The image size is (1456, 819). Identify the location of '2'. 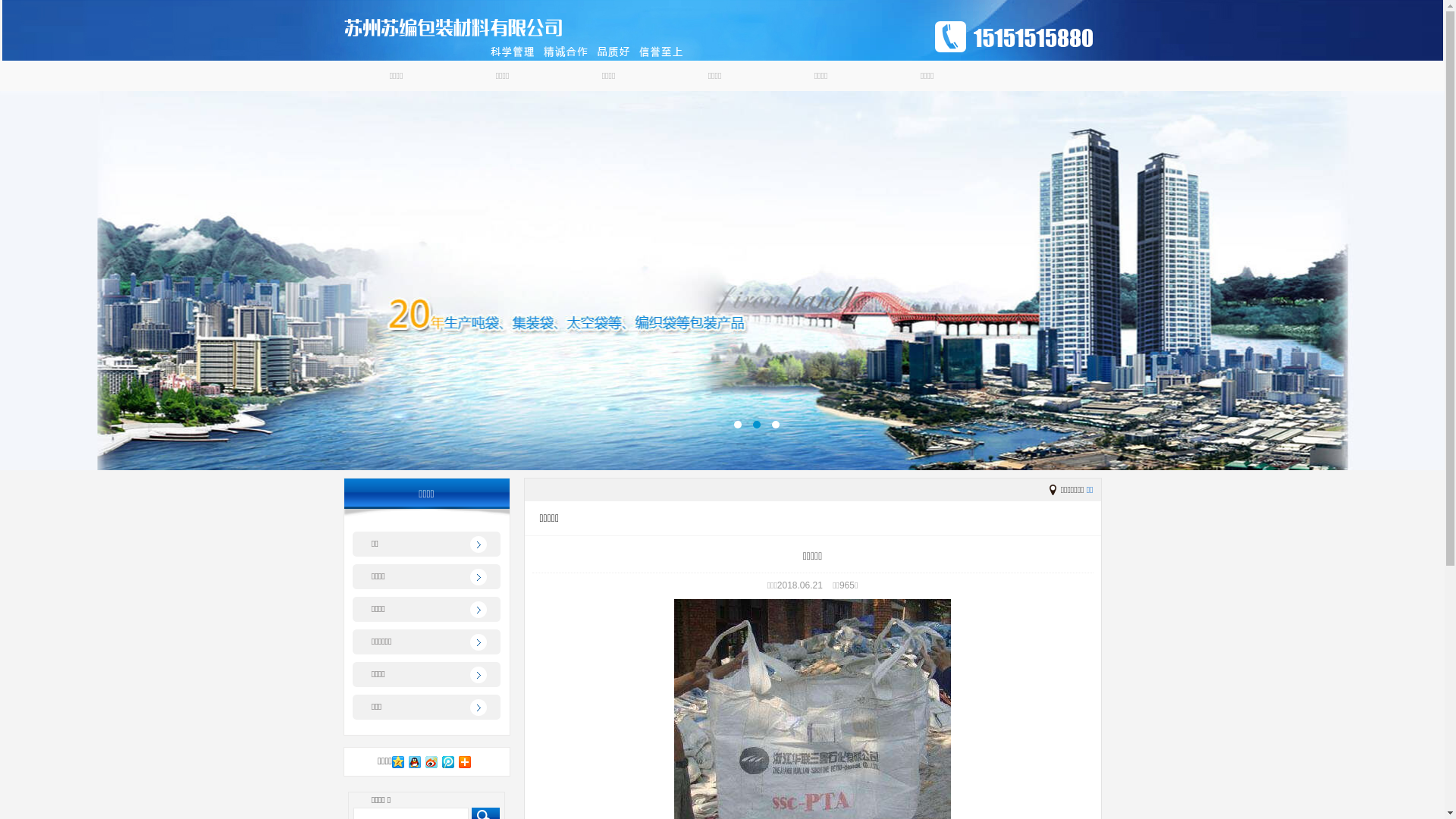
(756, 424).